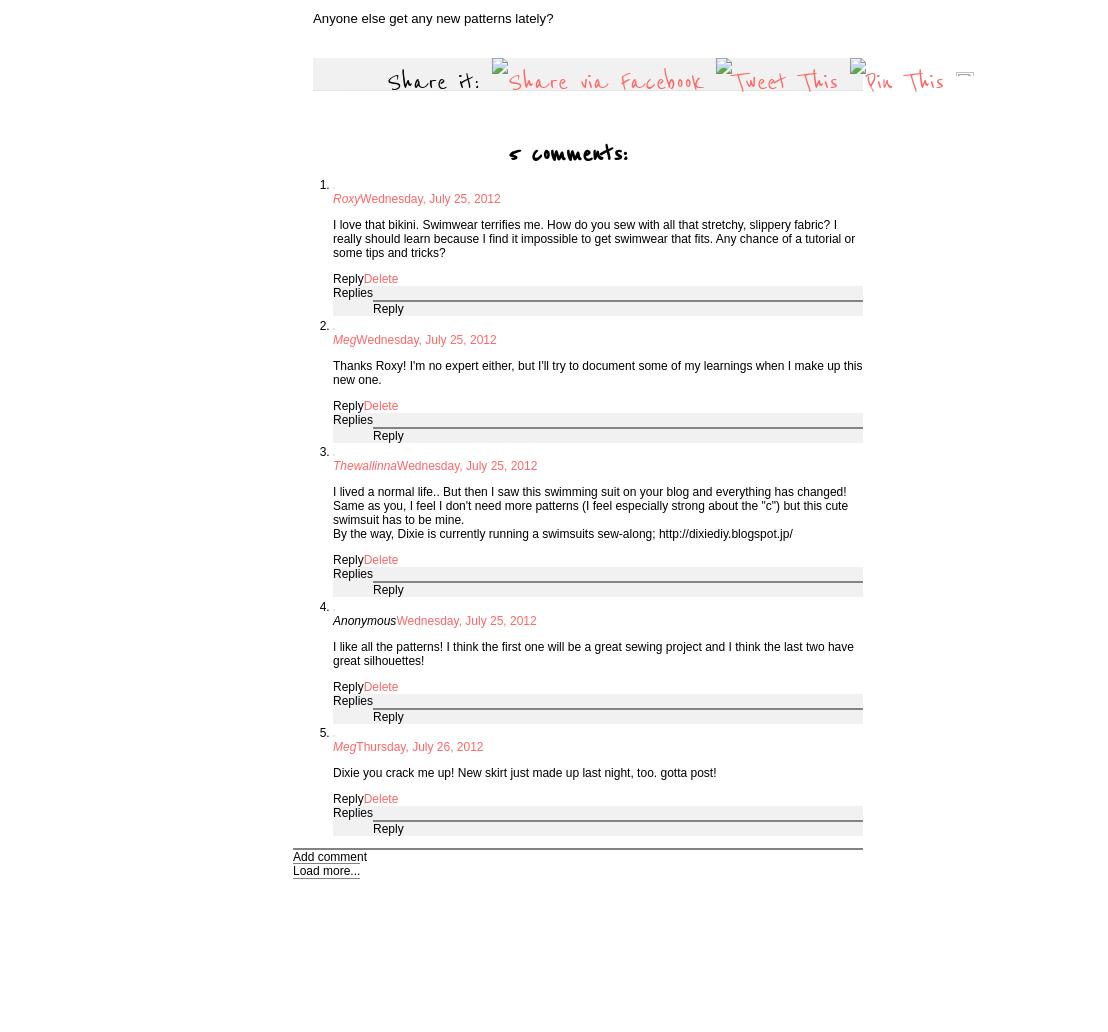  What do you see at coordinates (567, 152) in the screenshot?
I see `'5 comments:'` at bounding box center [567, 152].